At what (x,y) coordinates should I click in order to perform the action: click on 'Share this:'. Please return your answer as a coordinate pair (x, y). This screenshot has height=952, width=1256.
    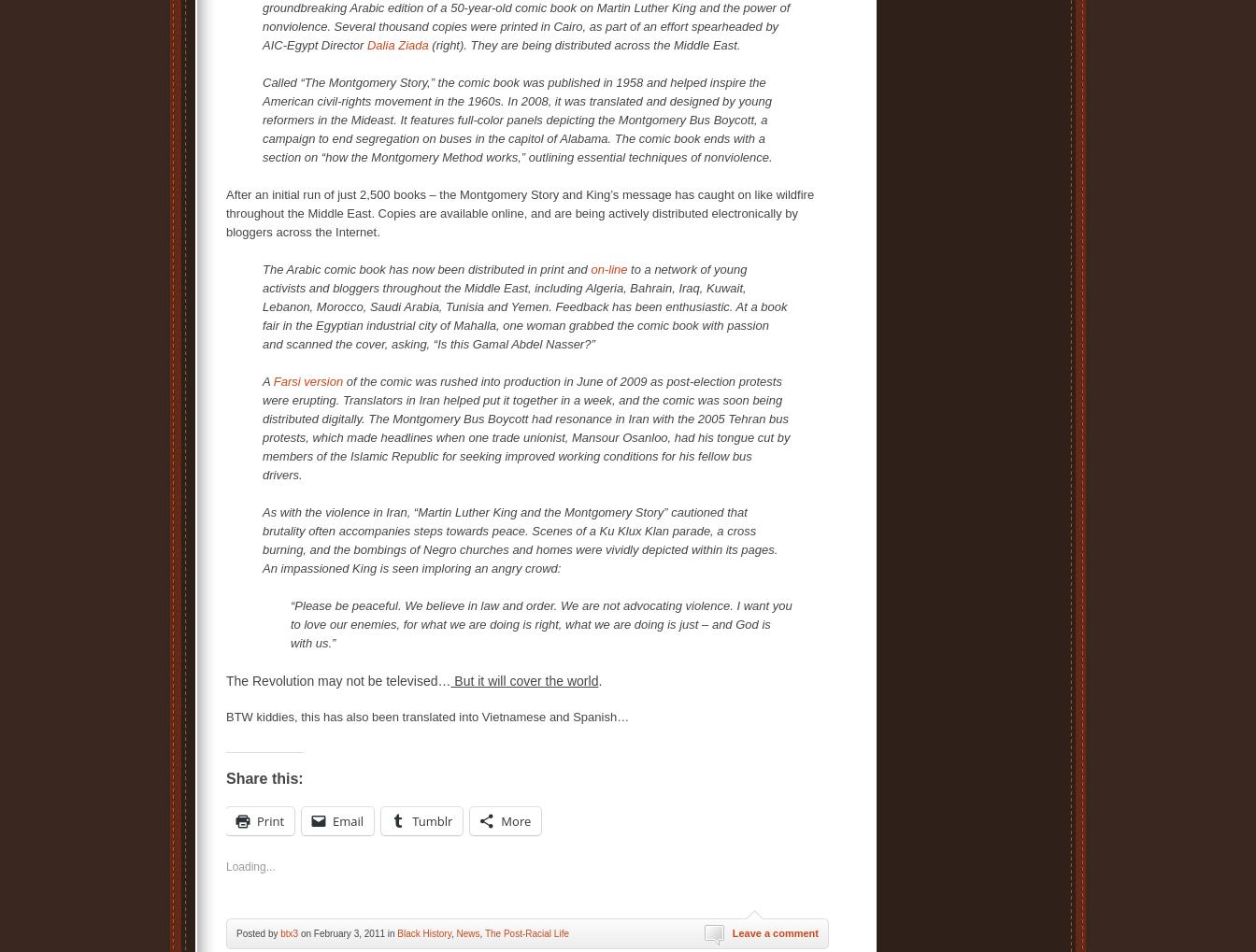
    Looking at the image, I should click on (264, 777).